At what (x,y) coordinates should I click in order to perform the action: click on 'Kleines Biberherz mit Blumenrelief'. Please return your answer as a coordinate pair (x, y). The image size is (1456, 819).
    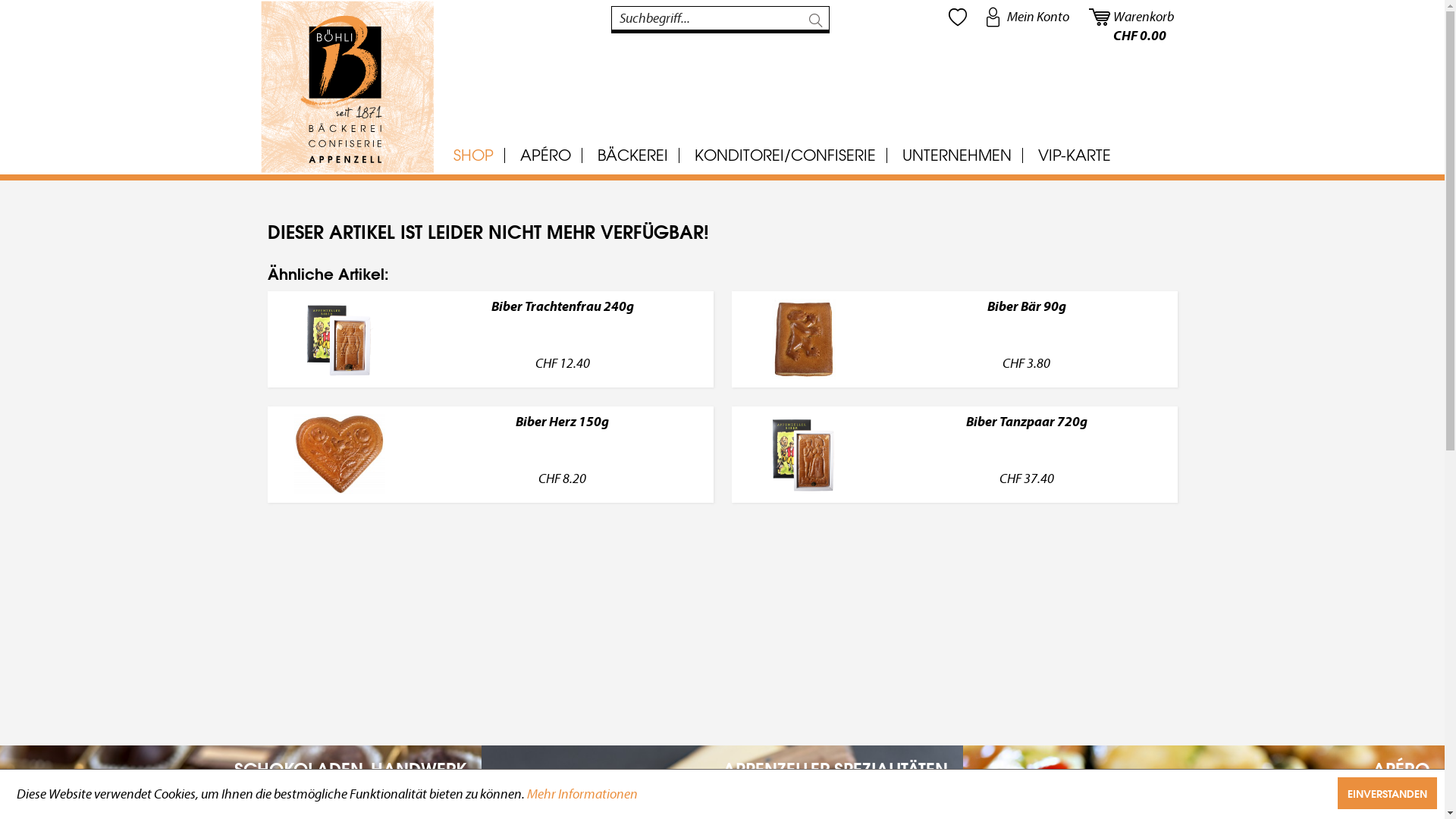
    Looking at the image, I should click on (338, 453).